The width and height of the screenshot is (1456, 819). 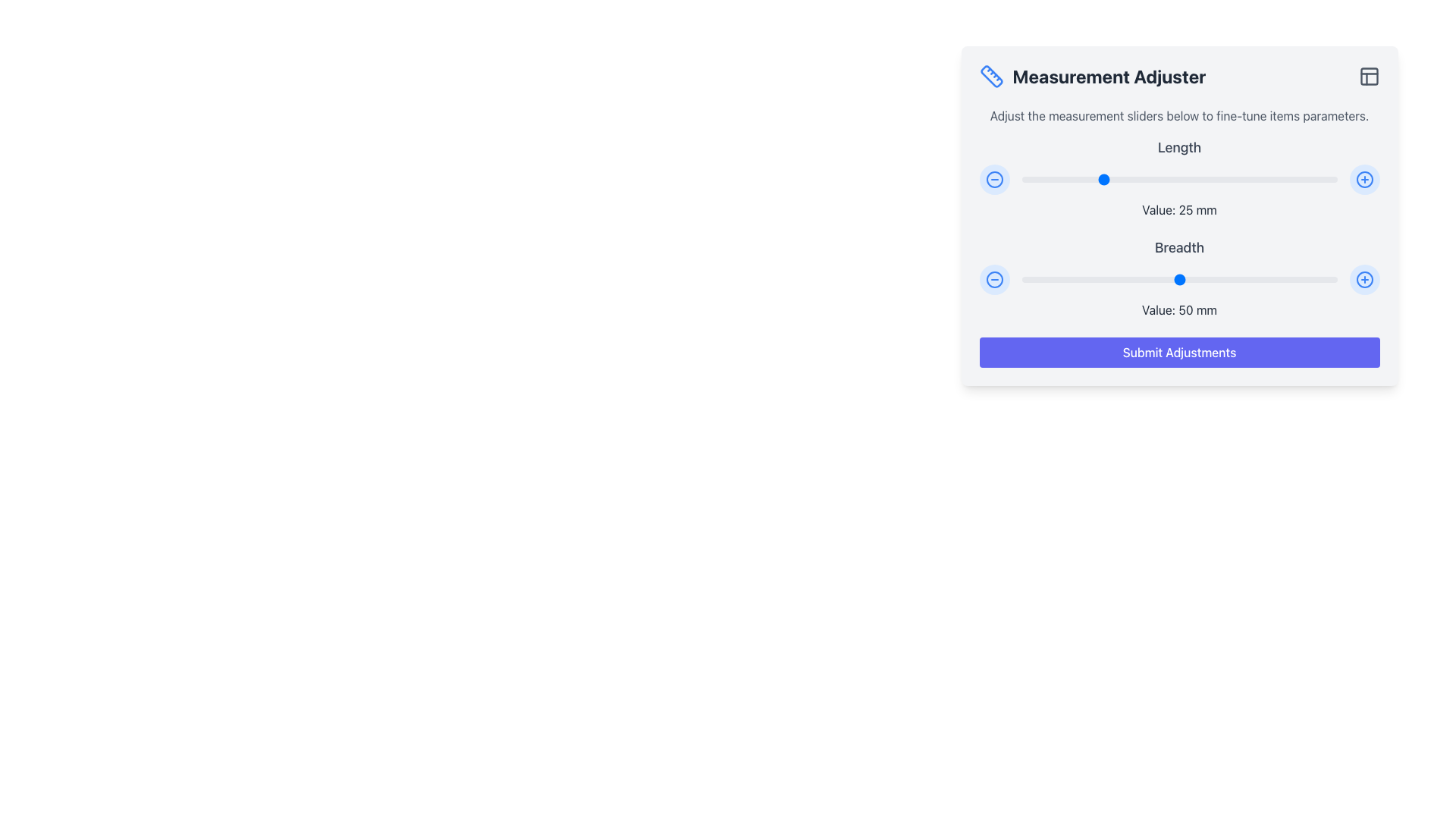 What do you see at coordinates (1178, 353) in the screenshot?
I see `the 'Submit Adjustments' button located at the bottom of the 'Measurement Adjuster' panel to observe the hover effects` at bounding box center [1178, 353].